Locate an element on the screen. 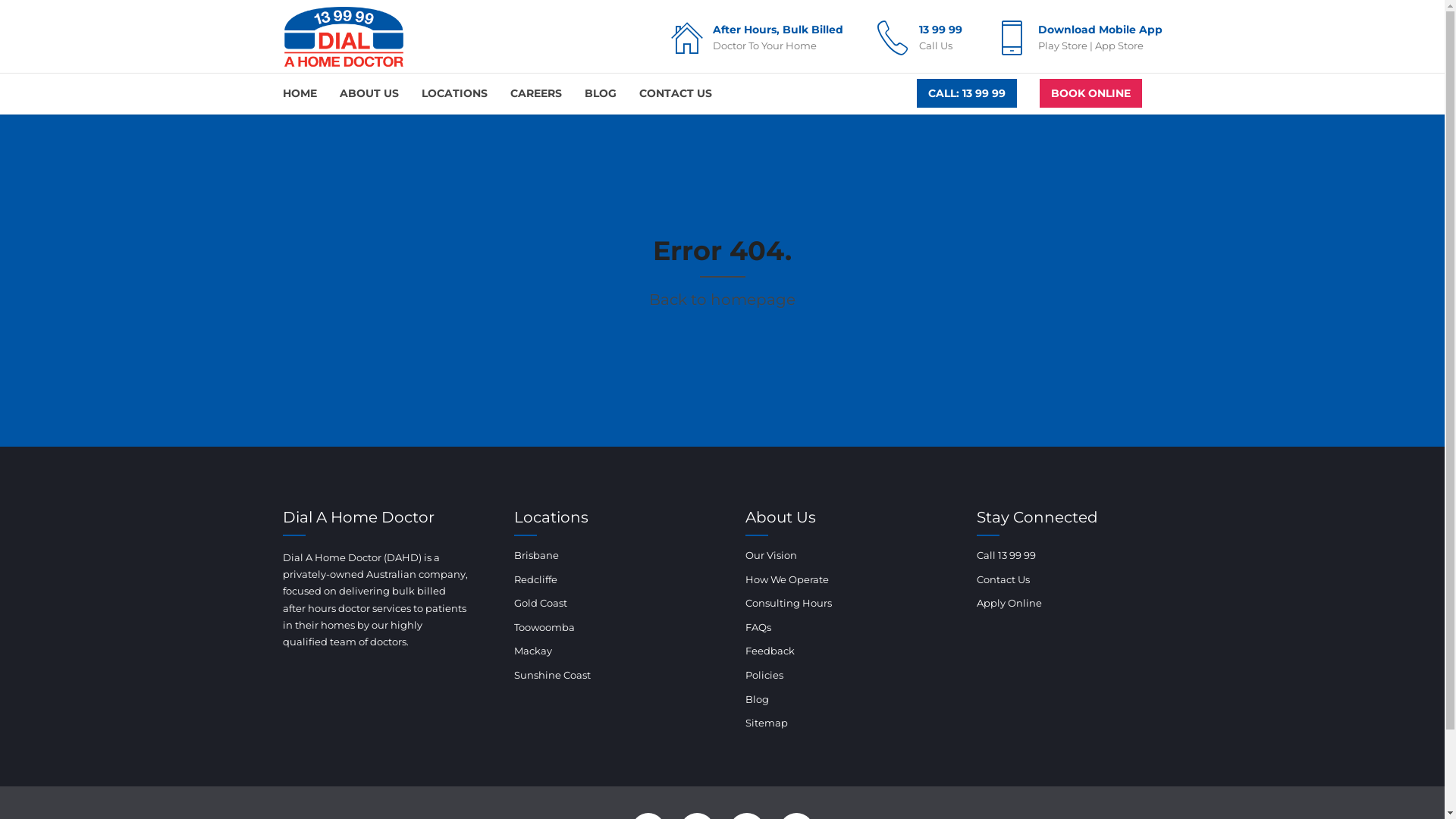 The width and height of the screenshot is (1456, 819). '13 99 99 is located at coordinates (870, 36).